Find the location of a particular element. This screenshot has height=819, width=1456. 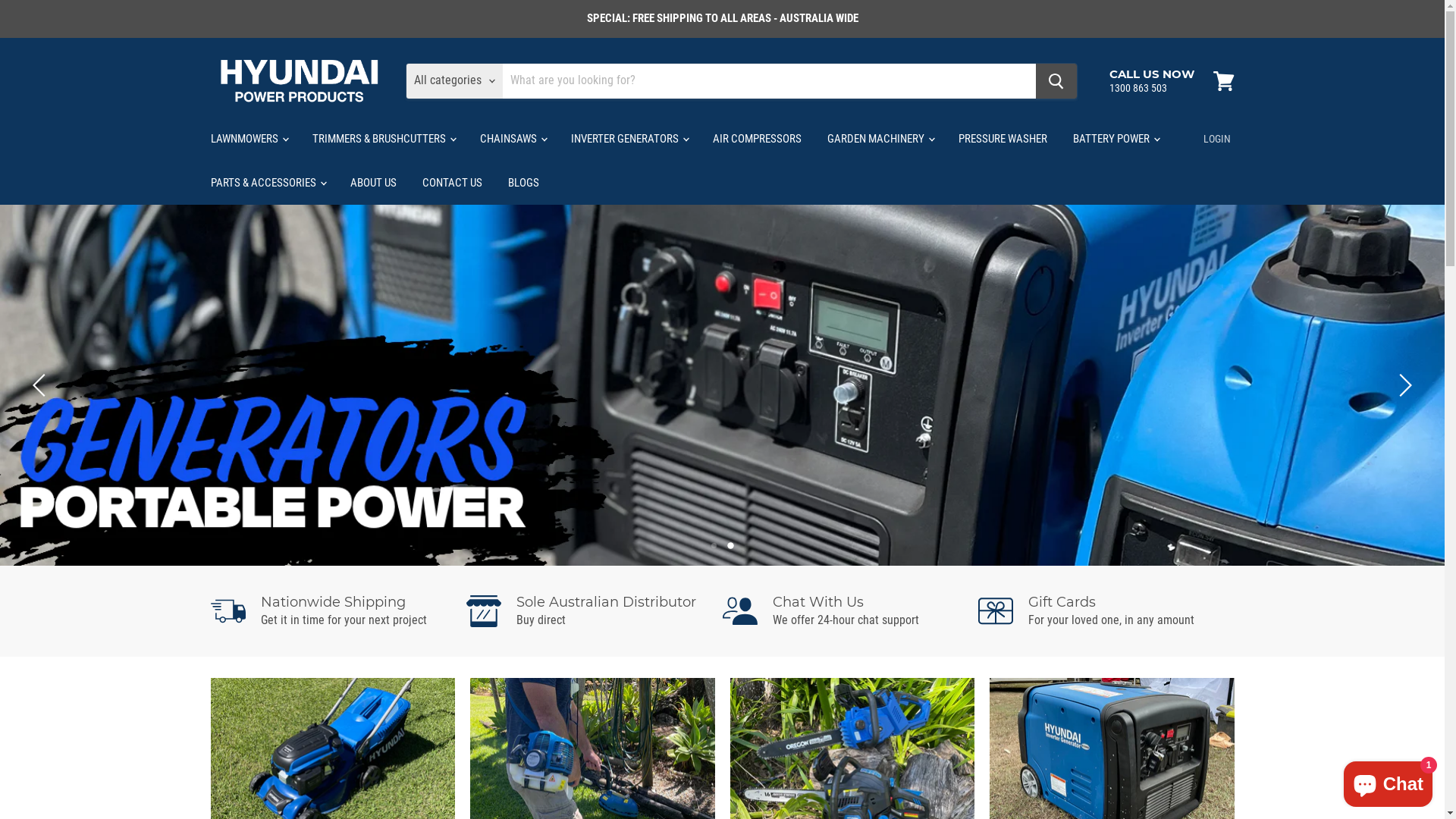

'BATTERY POWER' is located at coordinates (1061, 138).